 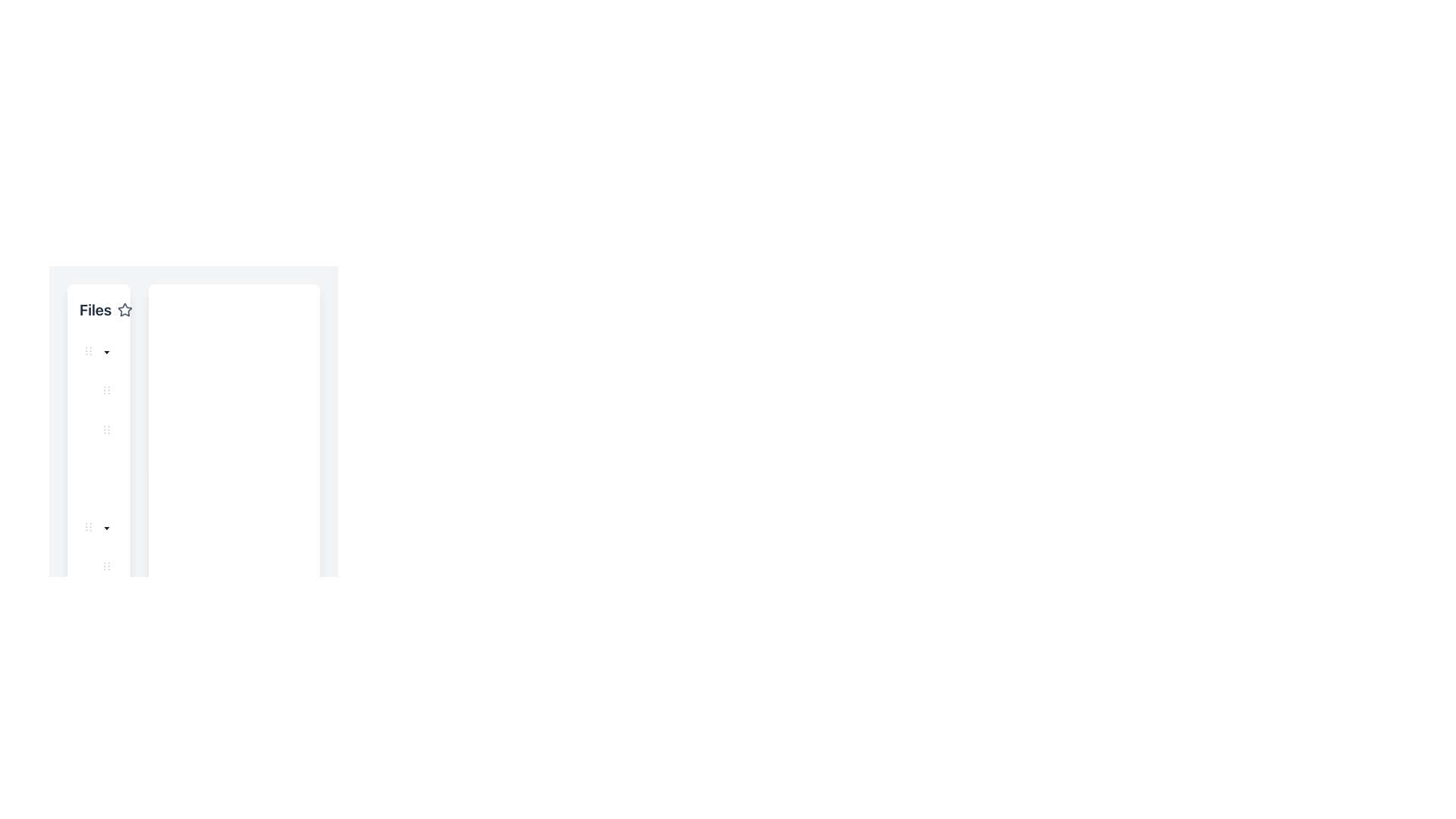 What do you see at coordinates (98, 535) in the screenshot?
I see `the 'Images' tree node label, which has a downward-pointing triangular caret indicating expanded content, to select it` at bounding box center [98, 535].